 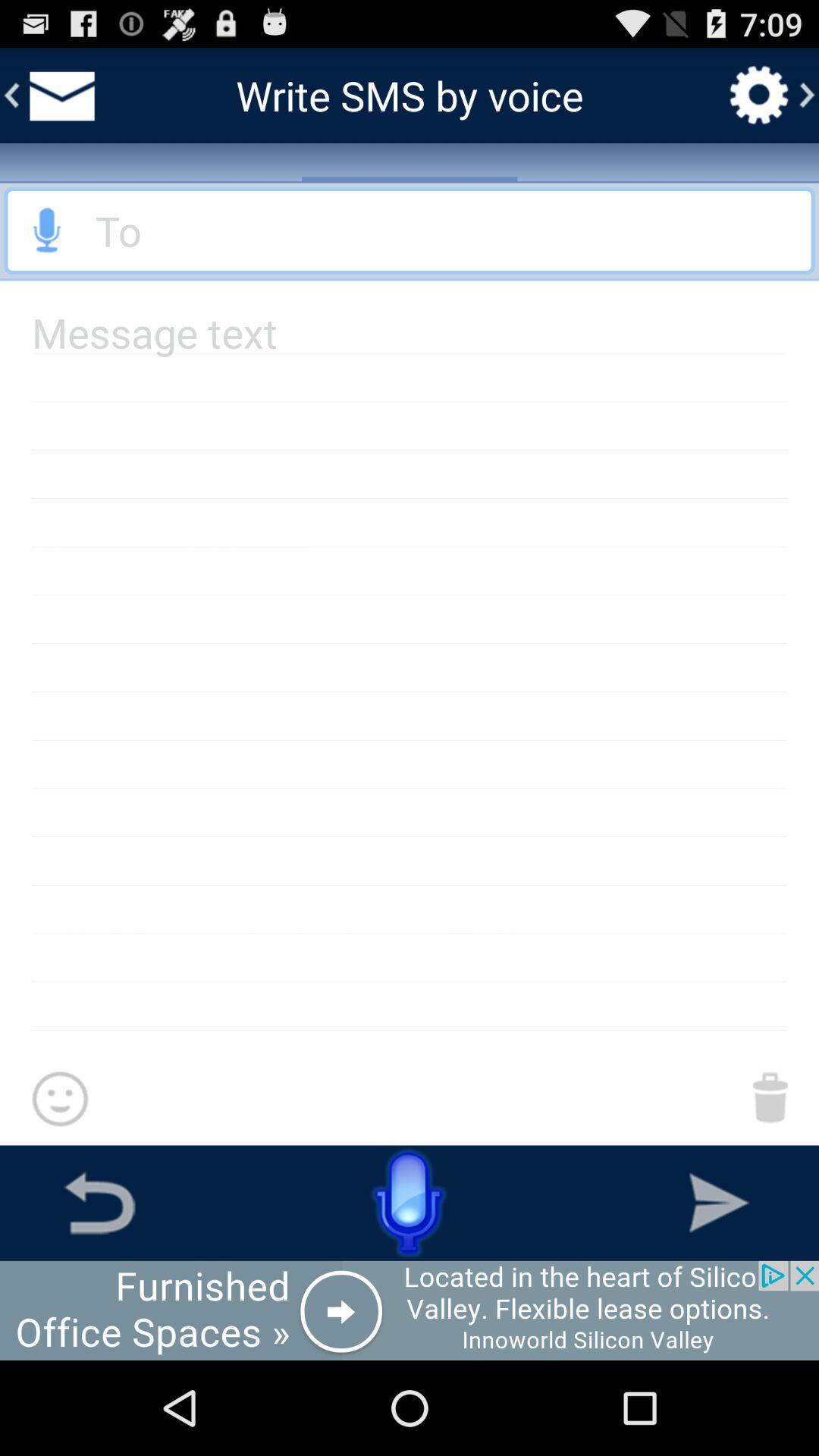 What do you see at coordinates (770, 1097) in the screenshot?
I see `delete` at bounding box center [770, 1097].